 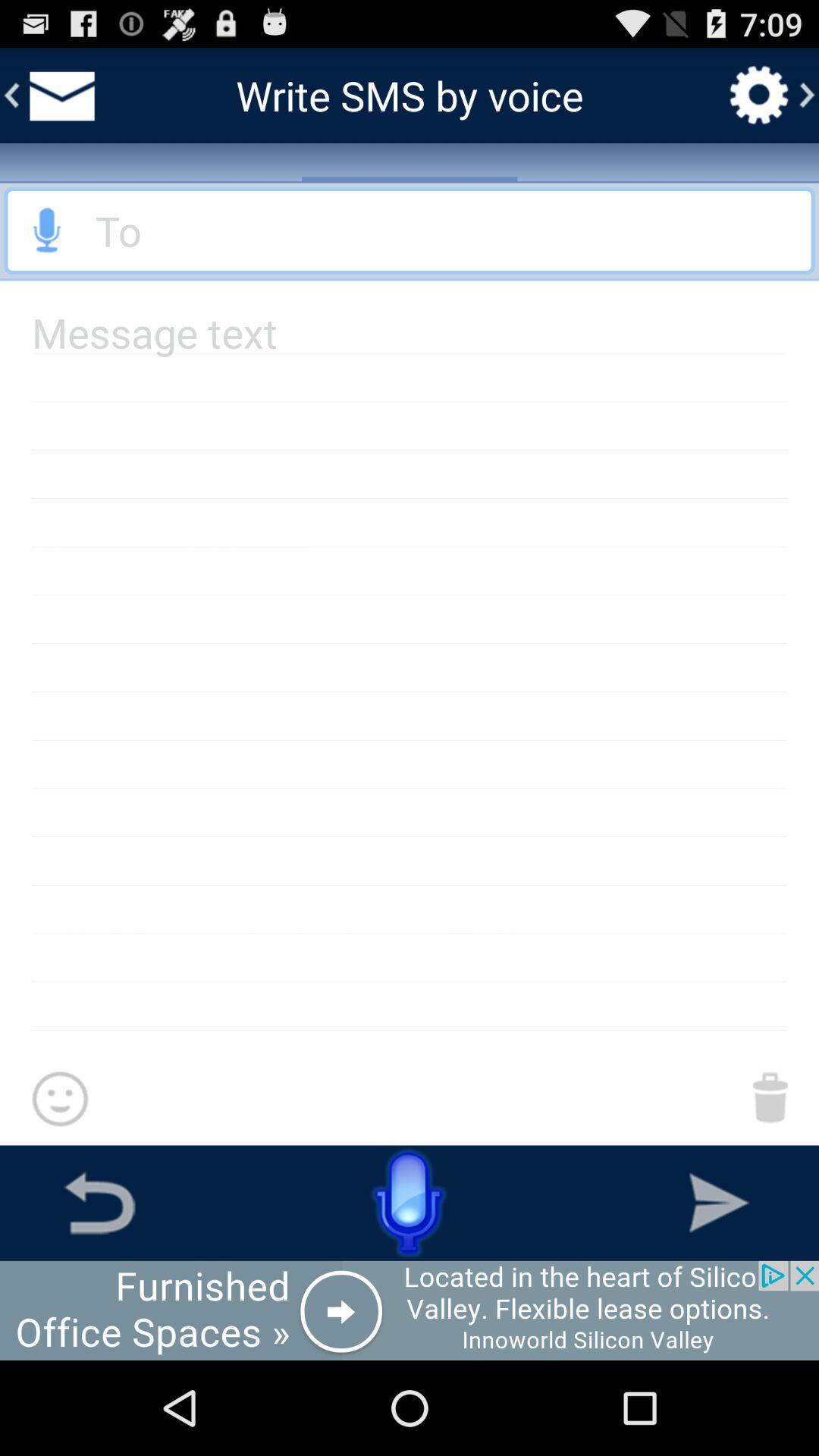 What do you see at coordinates (770, 1097) in the screenshot?
I see `delete` at bounding box center [770, 1097].